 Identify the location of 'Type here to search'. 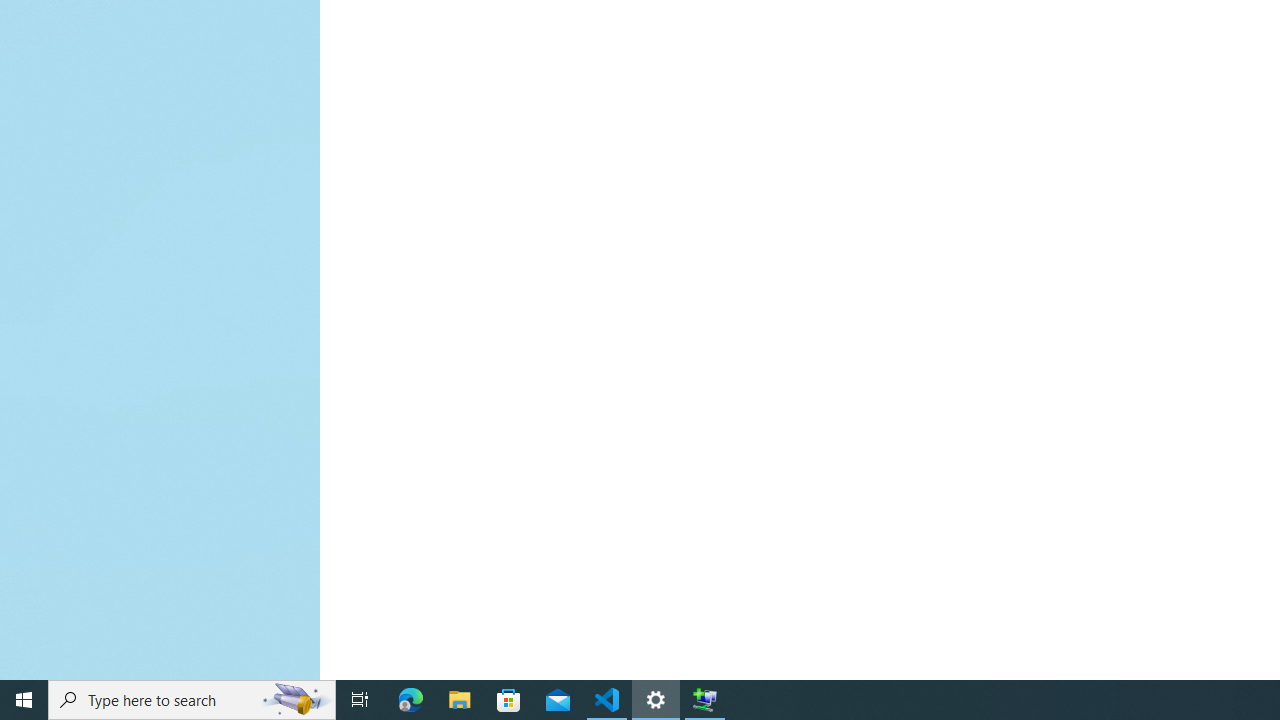
(192, 698).